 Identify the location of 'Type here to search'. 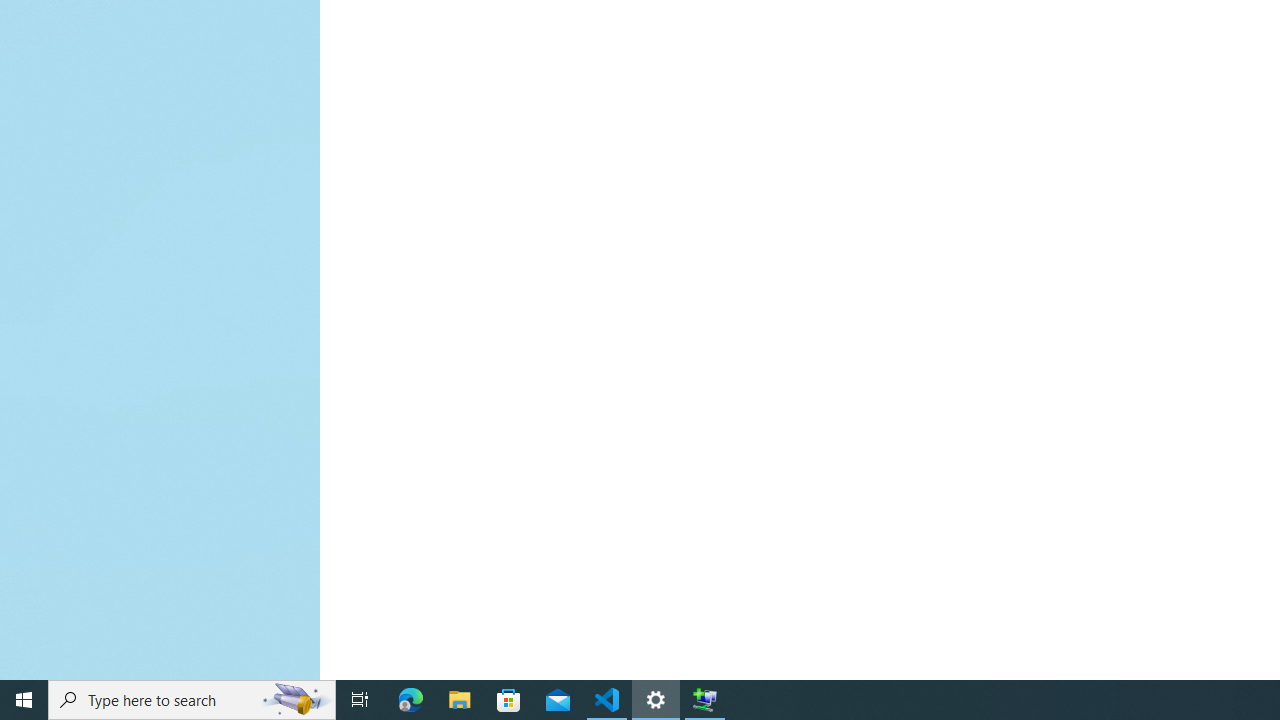
(192, 698).